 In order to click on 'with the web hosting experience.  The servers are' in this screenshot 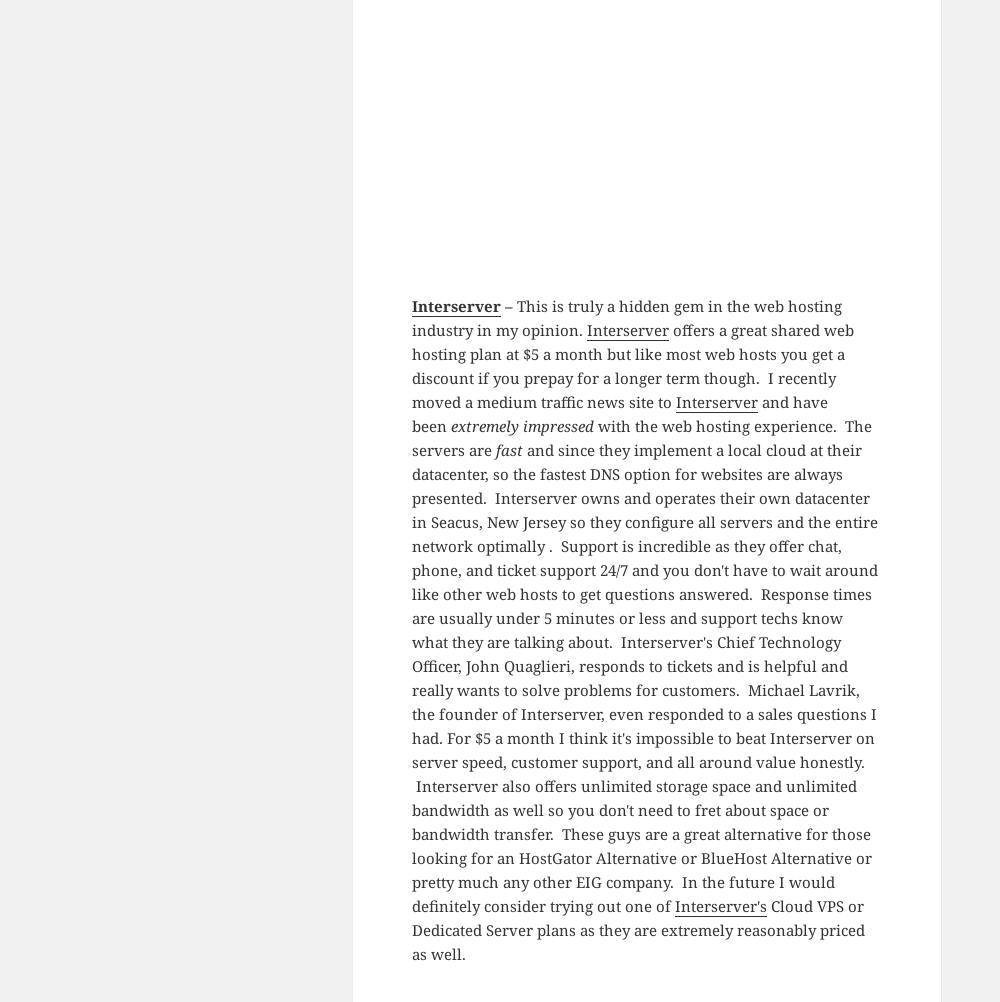, I will do `click(641, 435)`.